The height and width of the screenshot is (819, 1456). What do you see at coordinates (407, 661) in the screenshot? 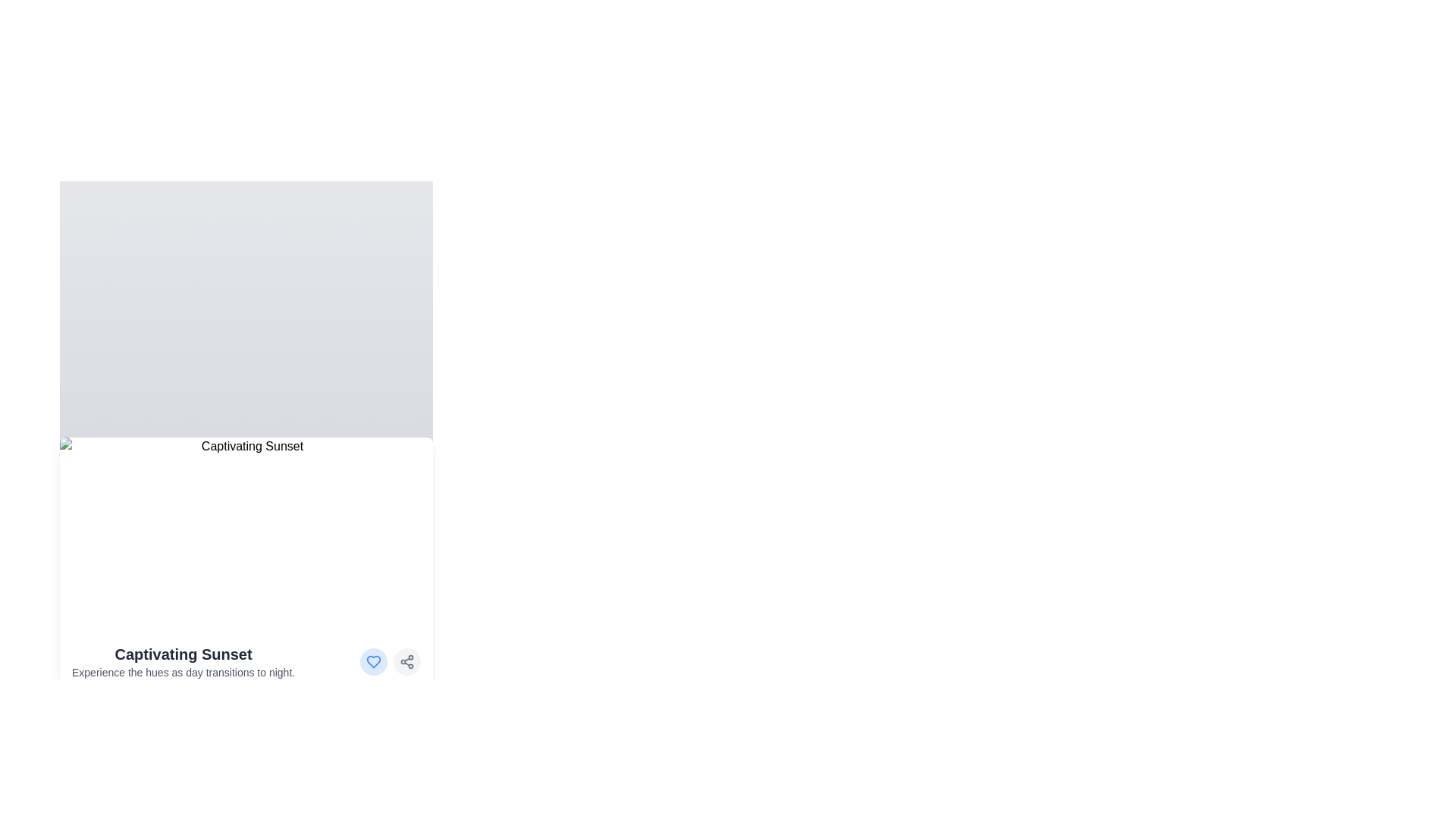
I see `the share icon located in the bottom right corner of the visible card` at bounding box center [407, 661].